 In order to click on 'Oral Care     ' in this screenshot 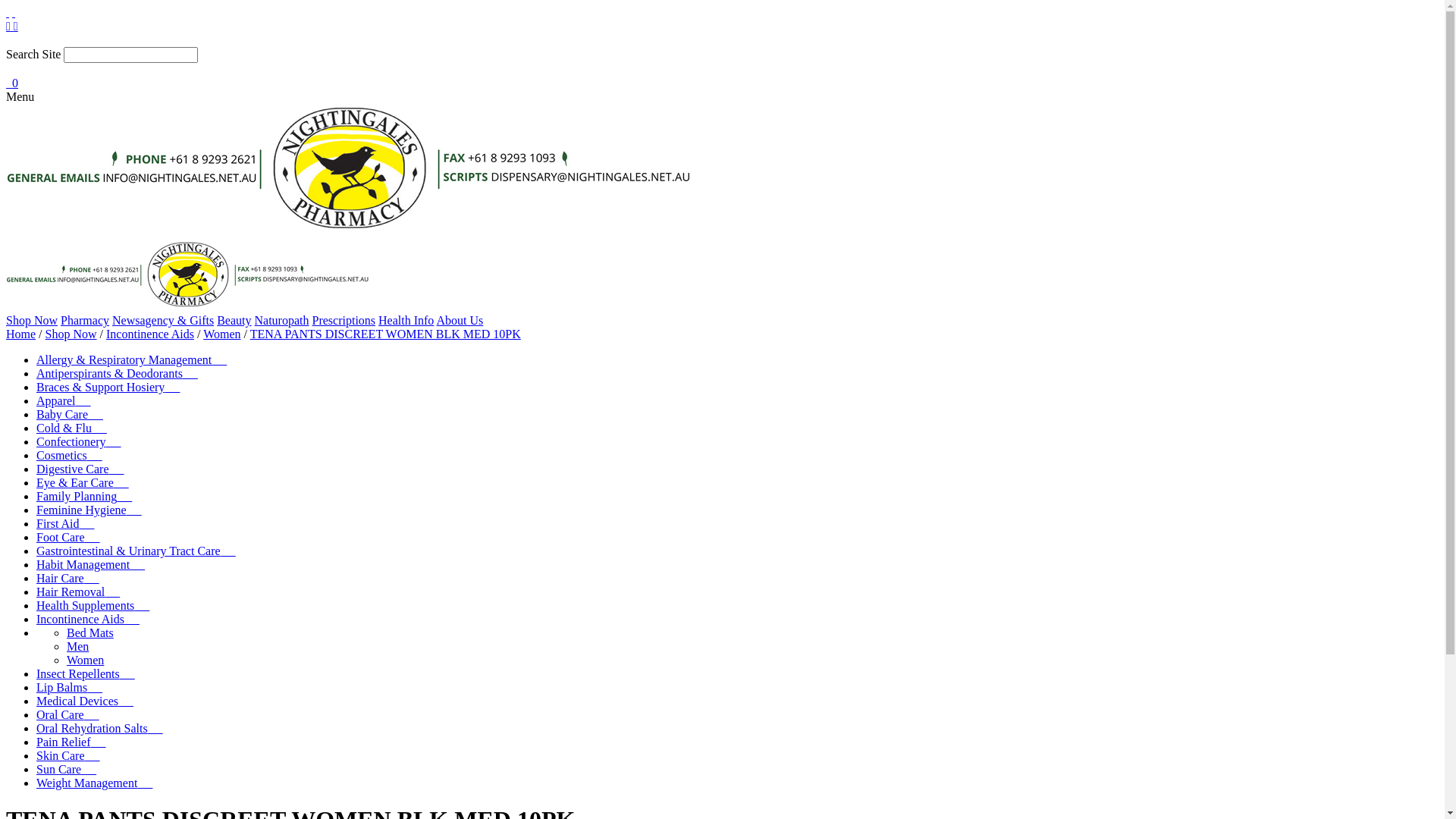, I will do `click(36, 714)`.